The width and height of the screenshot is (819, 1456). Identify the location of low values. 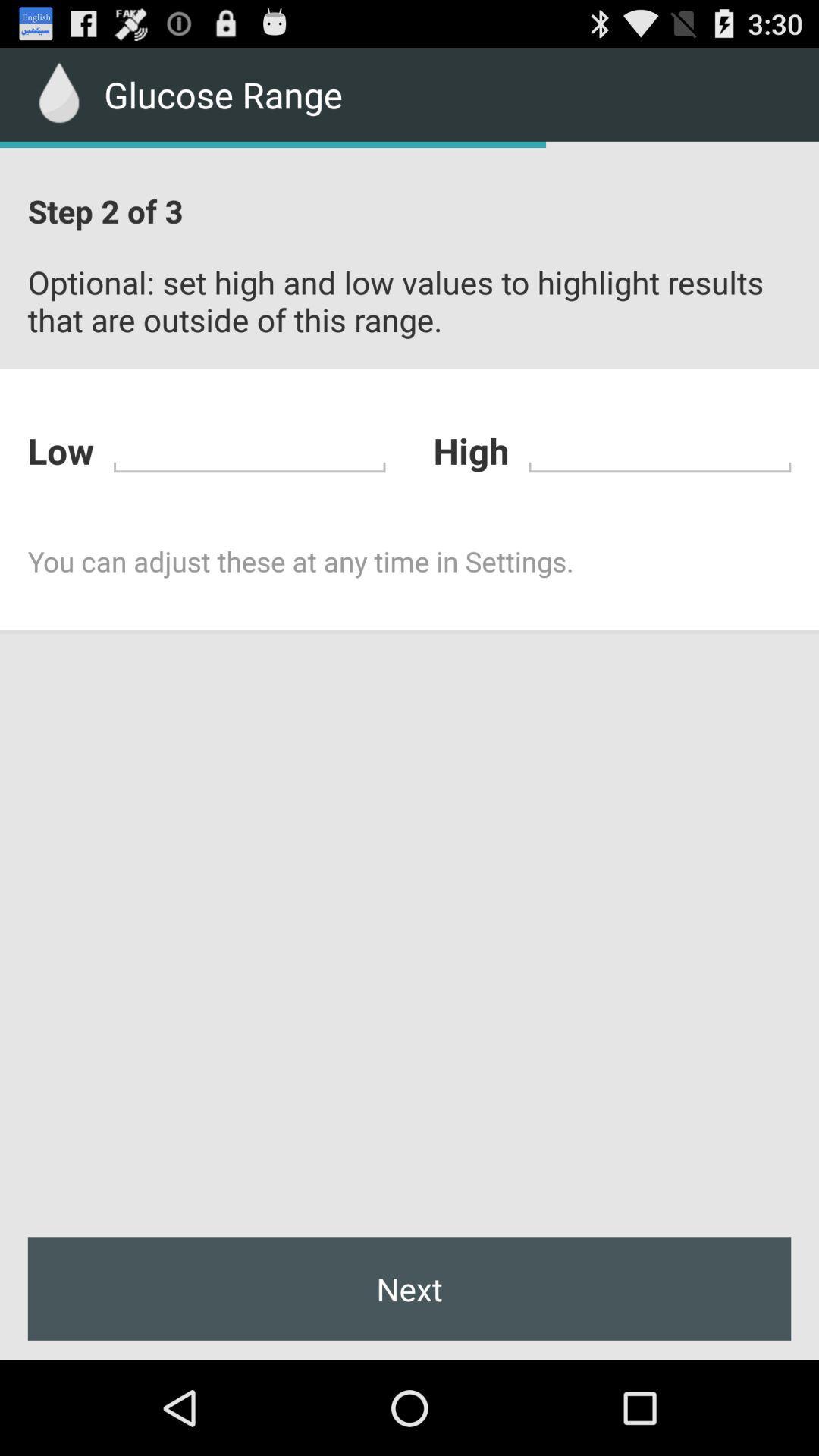
(249, 447).